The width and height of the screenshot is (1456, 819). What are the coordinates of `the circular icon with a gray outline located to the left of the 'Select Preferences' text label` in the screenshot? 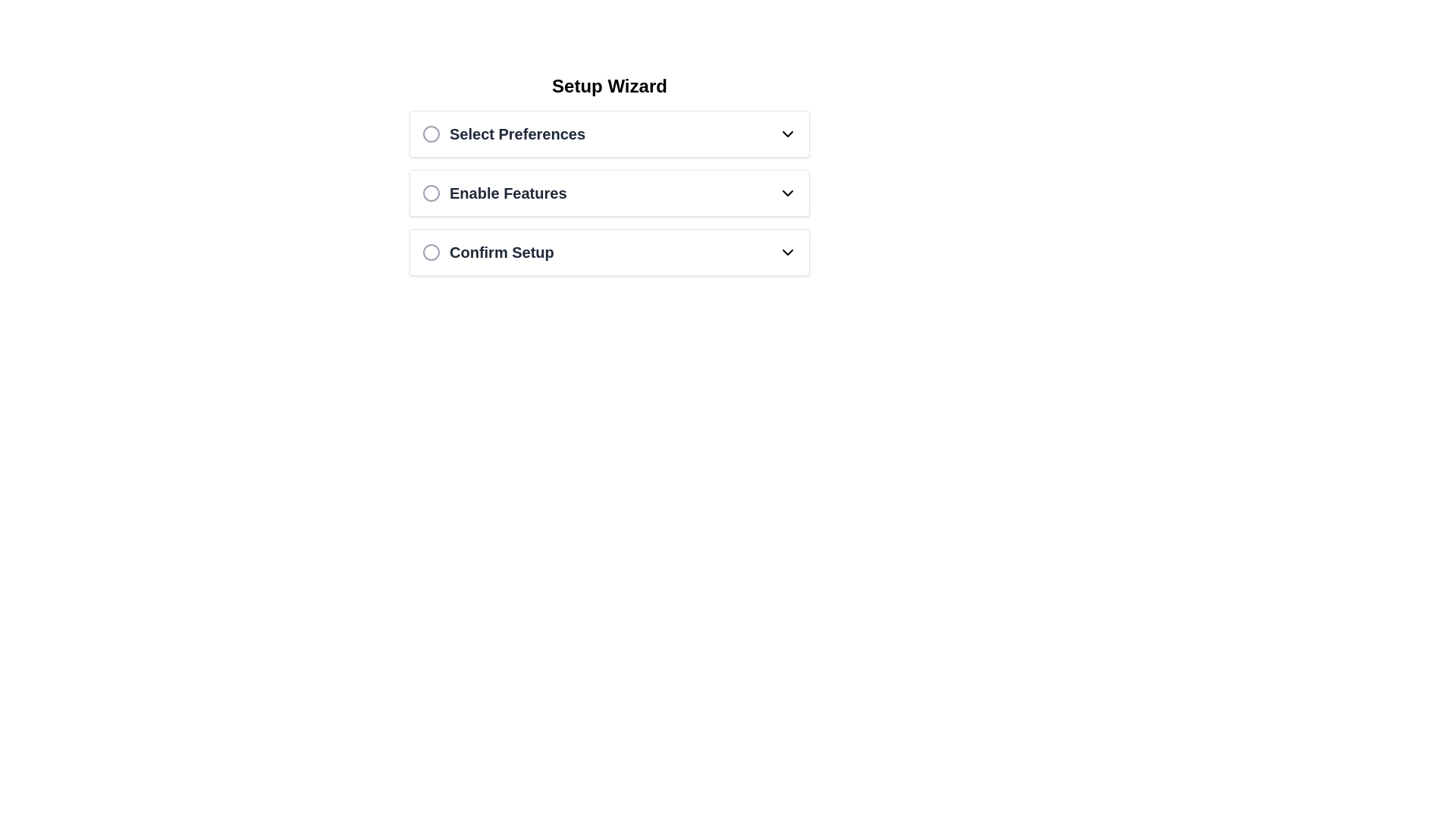 It's located at (431, 133).